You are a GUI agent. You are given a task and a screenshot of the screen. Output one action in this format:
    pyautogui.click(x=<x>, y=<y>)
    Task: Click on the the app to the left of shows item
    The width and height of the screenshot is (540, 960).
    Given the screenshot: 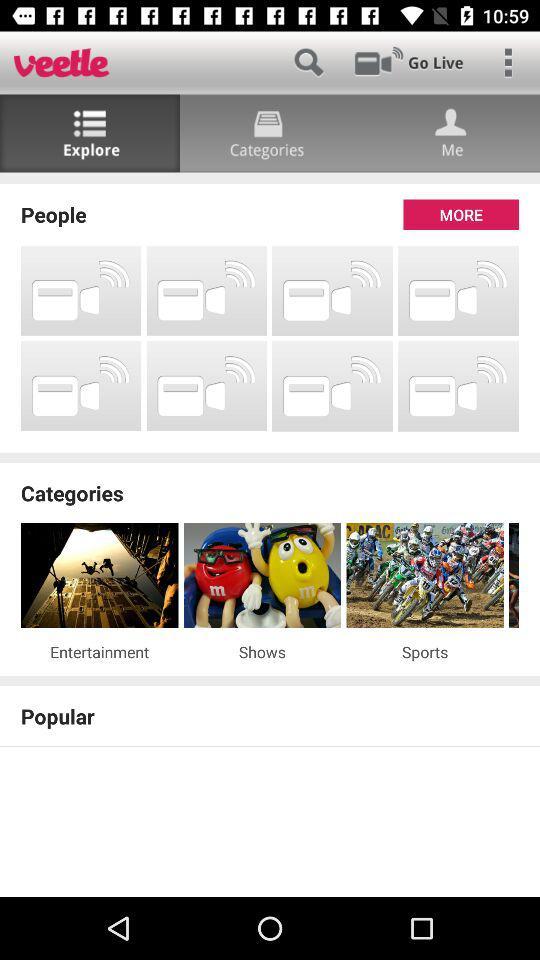 What is the action you would take?
    pyautogui.click(x=98, y=650)
    